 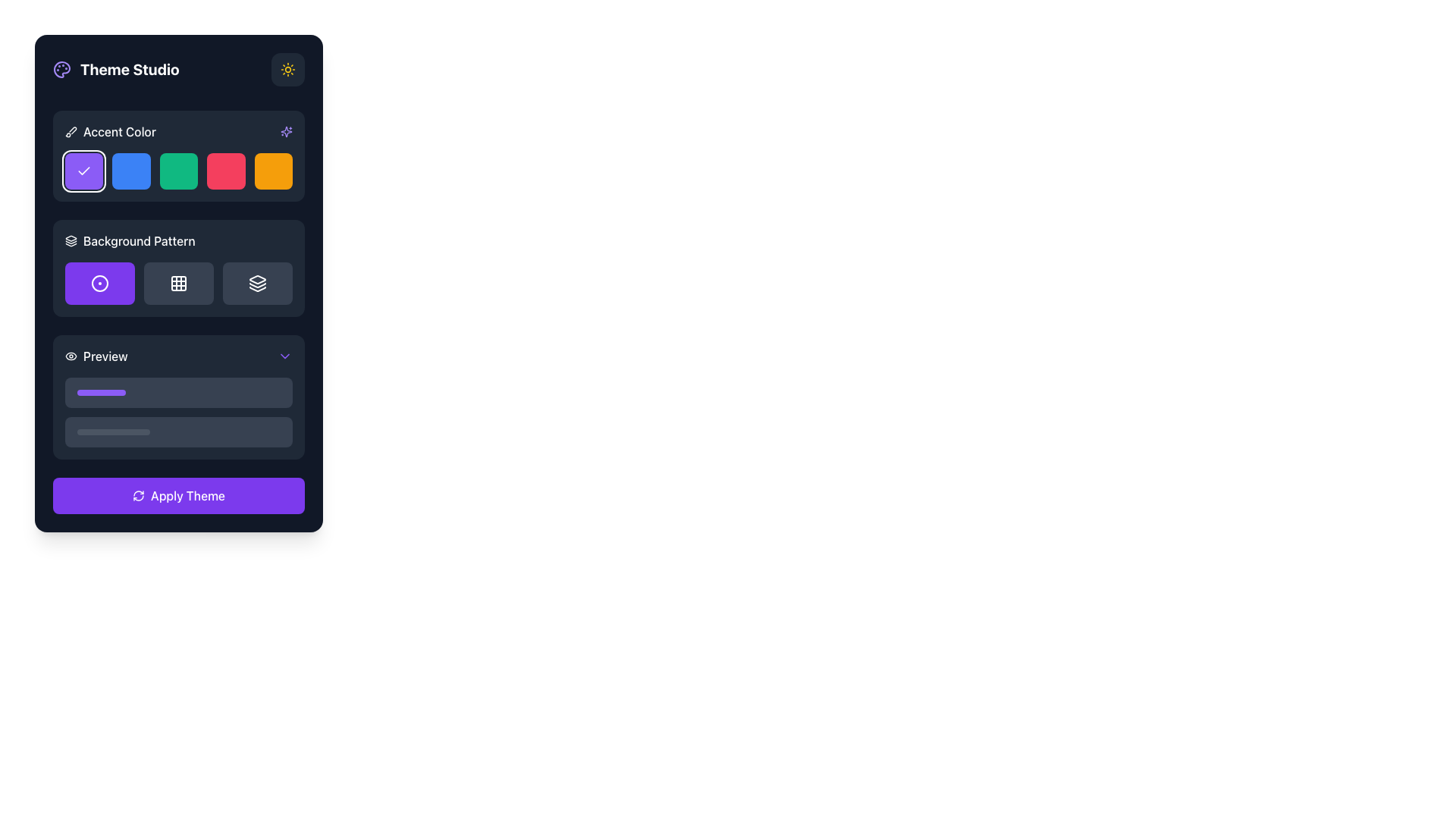 What do you see at coordinates (178, 284) in the screenshot?
I see `the square-shaped button with a dark gray background and a 3x3 grid icon` at bounding box center [178, 284].